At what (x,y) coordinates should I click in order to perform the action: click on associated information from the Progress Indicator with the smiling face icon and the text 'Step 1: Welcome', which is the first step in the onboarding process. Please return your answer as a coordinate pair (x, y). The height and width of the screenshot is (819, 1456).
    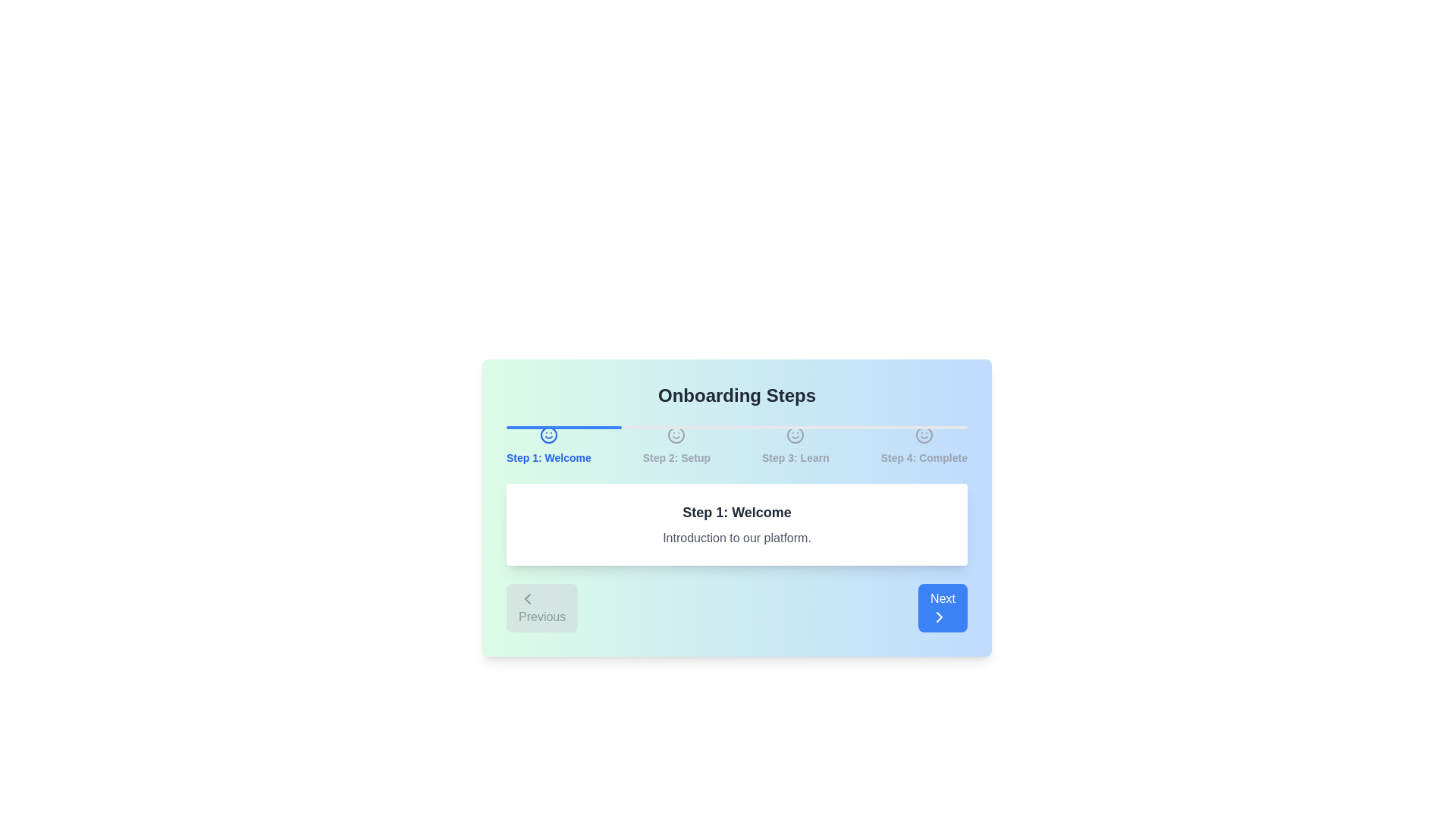
    Looking at the image, I should click on (548, 444).